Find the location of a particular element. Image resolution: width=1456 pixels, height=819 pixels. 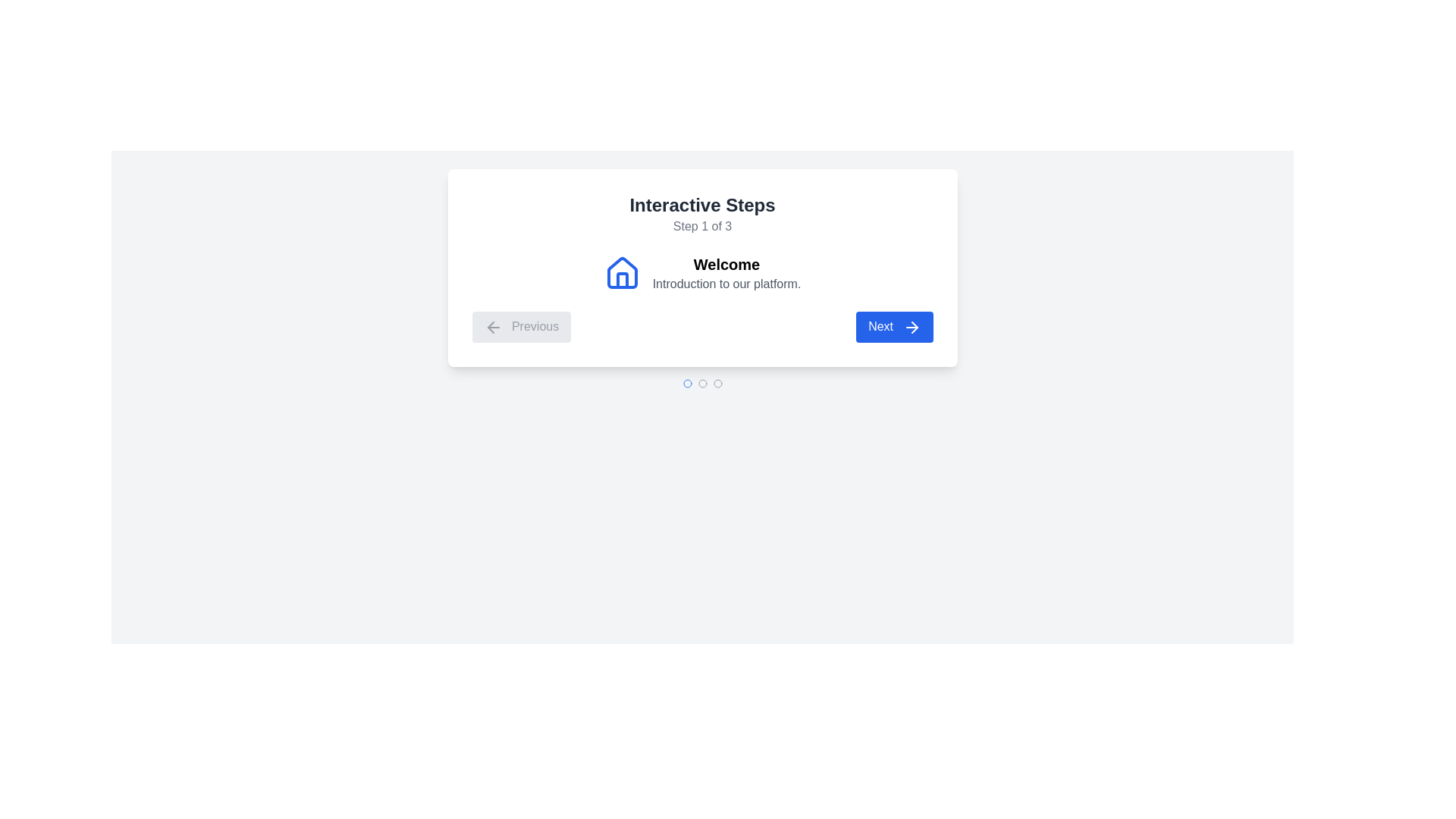

the decorative rightward-pointing arrow icon inside the 'Next' button, which is located at the bottom right of the central card panel is located at coordinates (913, 326).